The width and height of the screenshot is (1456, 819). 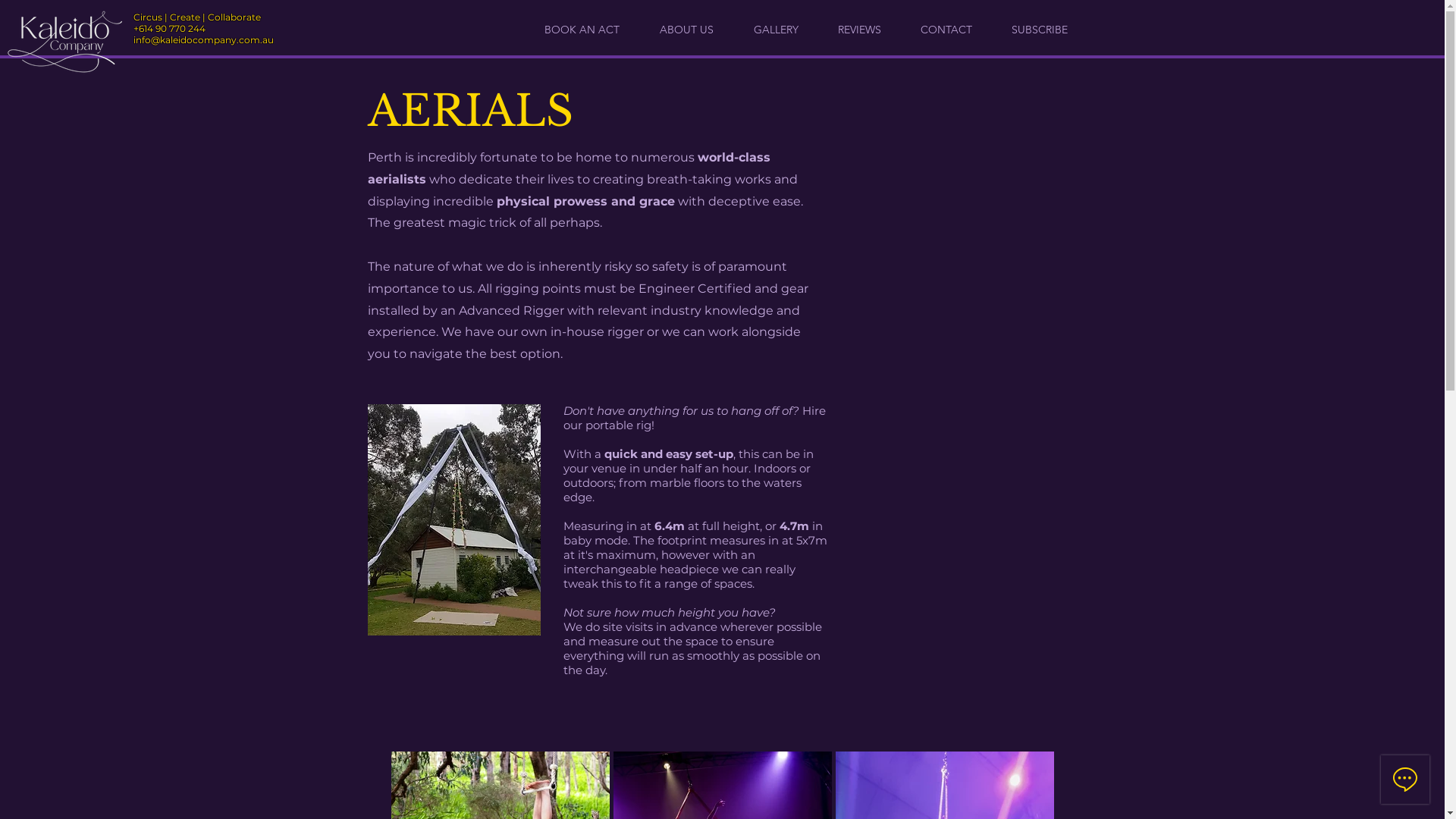 What do you see at coordinates (946, 29) in the screenshot?
I see `'CONTACT'` at bounding box center [946, 29].